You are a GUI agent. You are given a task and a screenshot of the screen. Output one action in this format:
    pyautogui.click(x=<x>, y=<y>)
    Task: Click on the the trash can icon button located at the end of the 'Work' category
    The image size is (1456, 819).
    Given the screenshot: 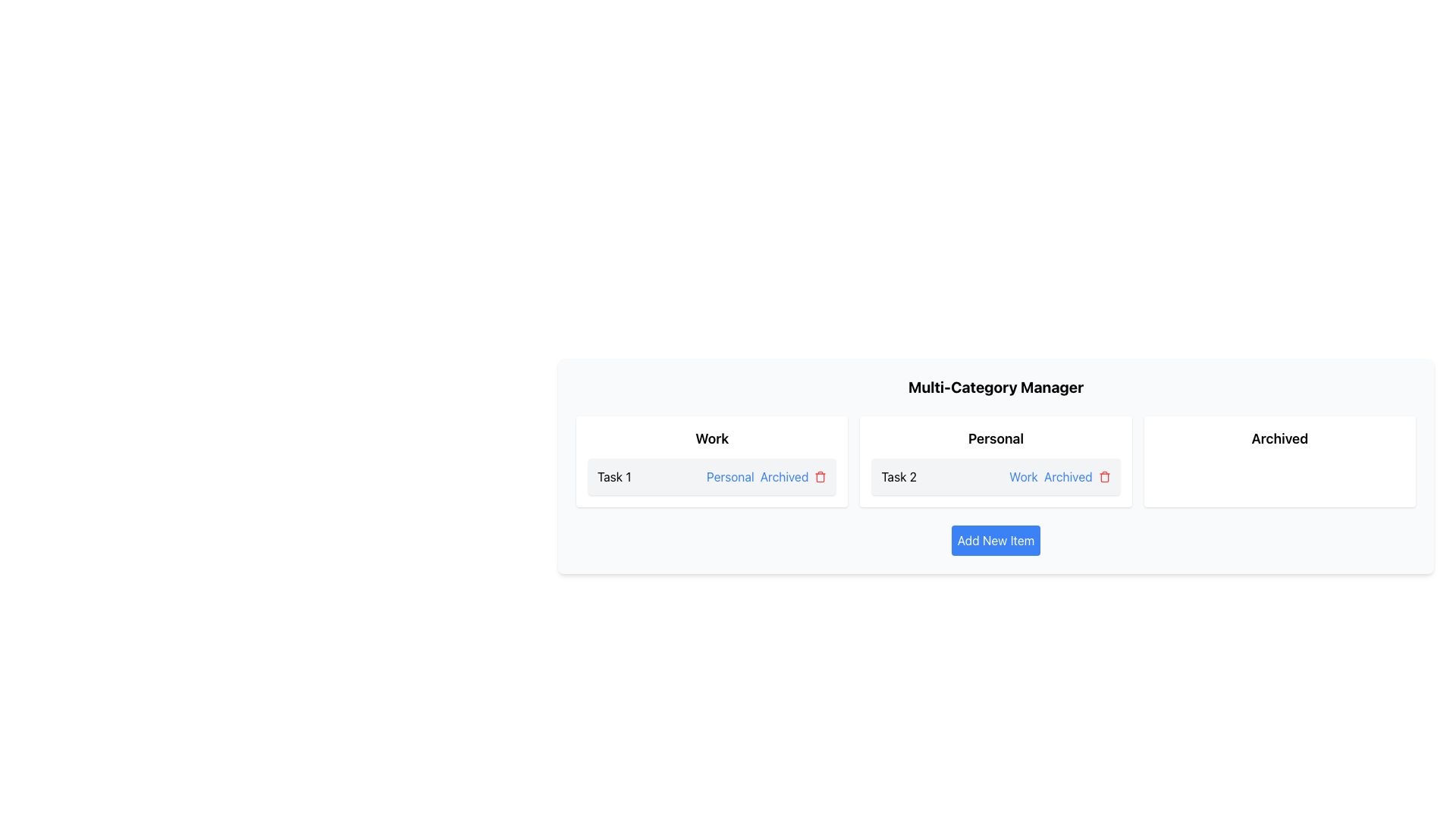 What is the action you would take?
    pyautogui.click(x=819, y=475)
    